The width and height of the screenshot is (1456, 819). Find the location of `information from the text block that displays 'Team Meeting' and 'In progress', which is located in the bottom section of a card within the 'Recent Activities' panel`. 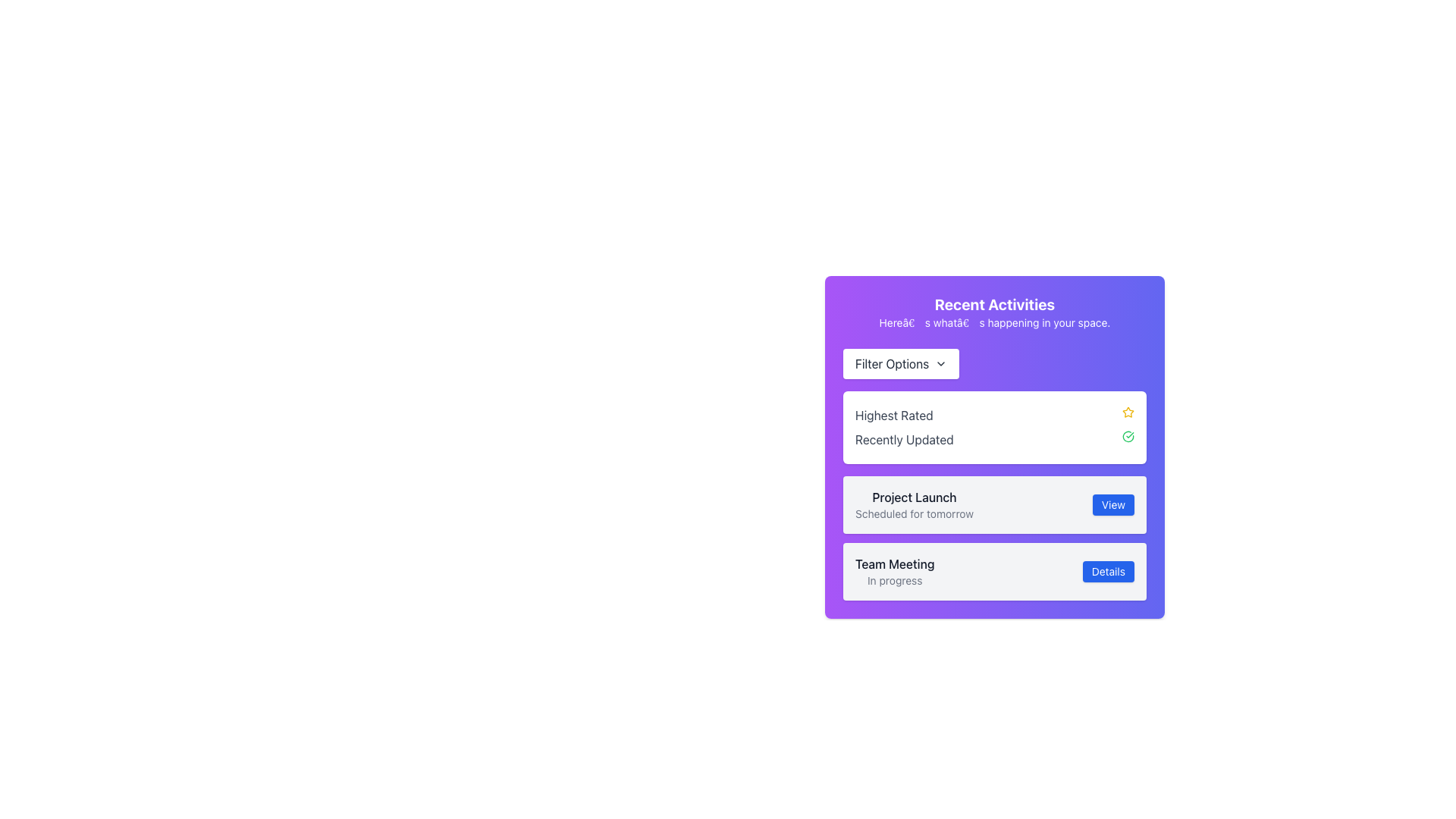

information from the text block that displays 'Team Meeting' and 'In progress', which is located in the bottom section of a card within the 'Recent Activities' panel is located at coordinates (895, 571).